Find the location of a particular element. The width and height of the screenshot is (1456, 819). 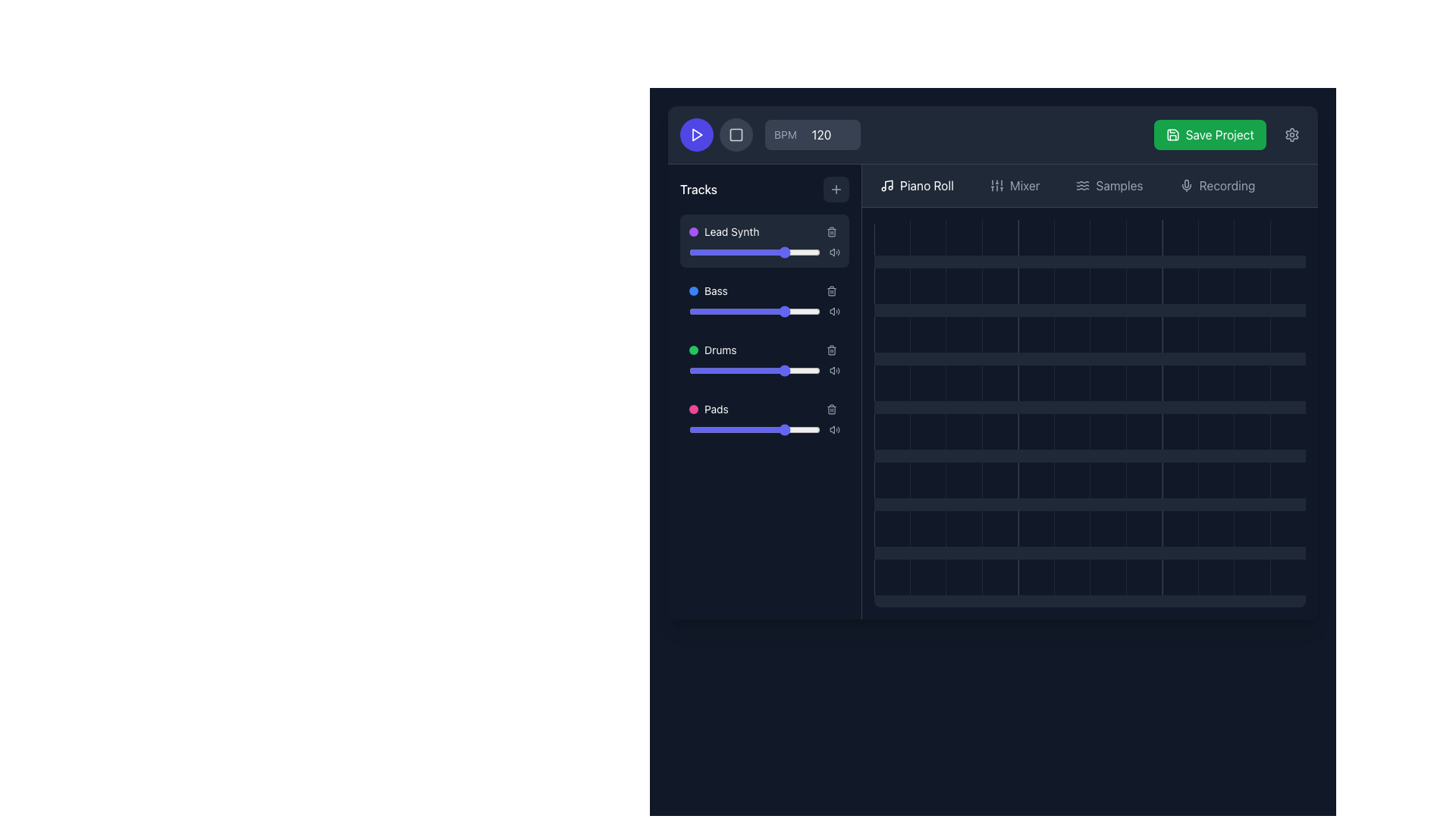

the trash can icon button located on the right side of the 'Pads' track row to observe the color transition effect from gray to white is located at coordinates (831, 409).